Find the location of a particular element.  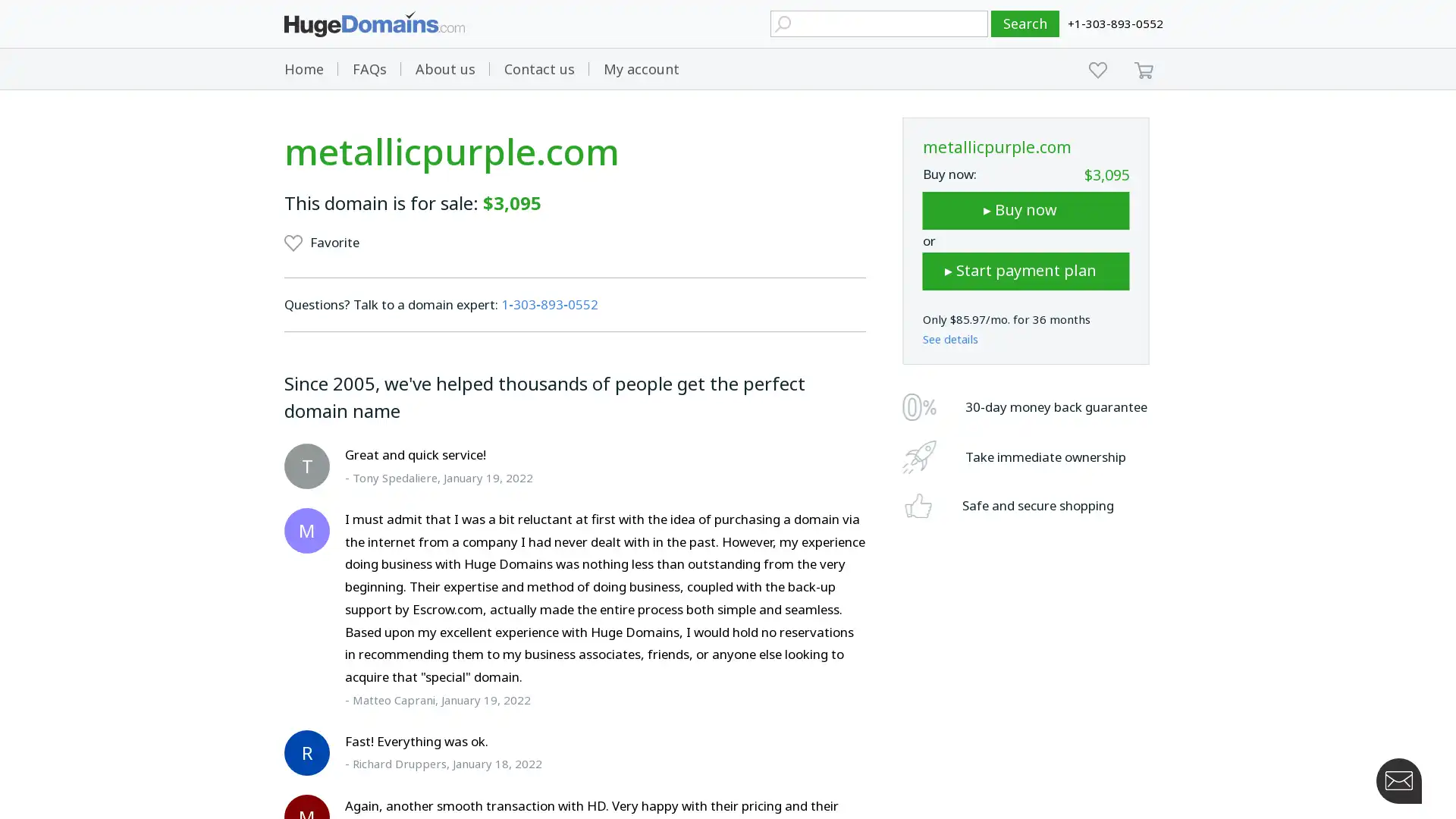

Search is located at coordinates (1025, 24).